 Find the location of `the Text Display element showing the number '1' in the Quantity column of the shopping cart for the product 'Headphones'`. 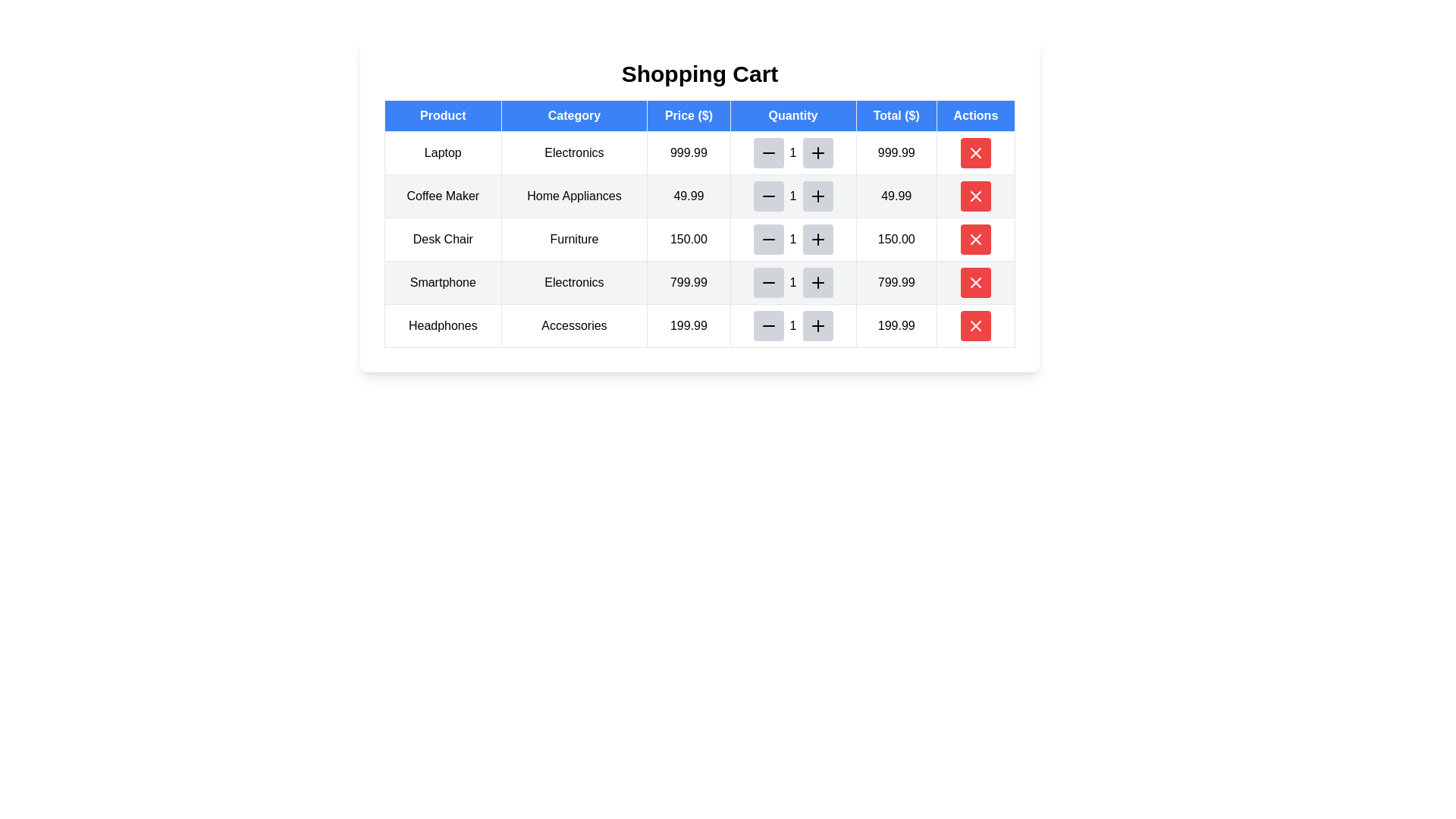

the Text Display element showing the number '1' in the Quantity column of the shopping cart for the product 'Headphones' is located at coordinates (792, 325).